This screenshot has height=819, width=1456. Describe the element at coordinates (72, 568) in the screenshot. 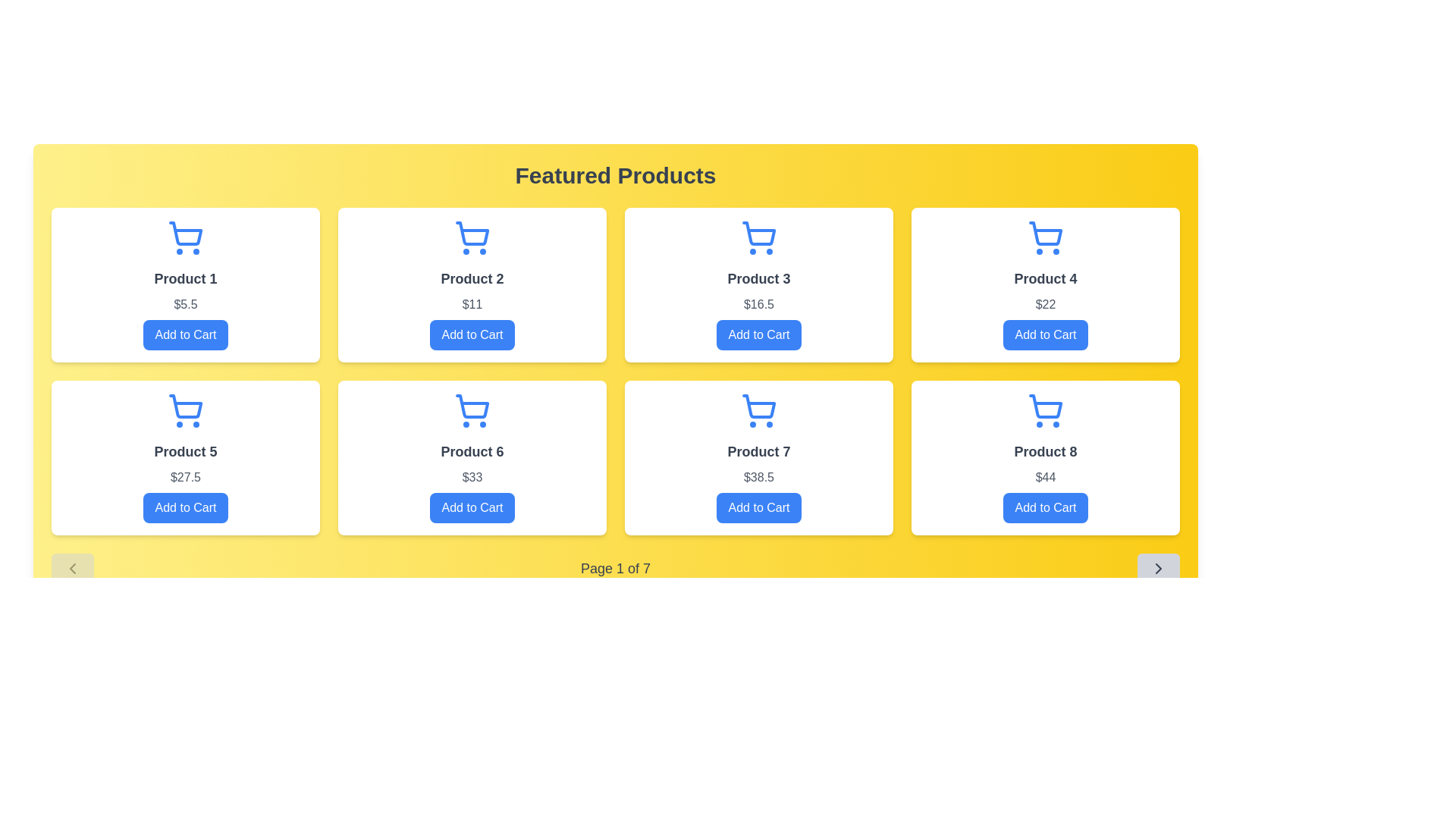

I see `the circular button icon located in the bottom-left corner of the interface` at that location.